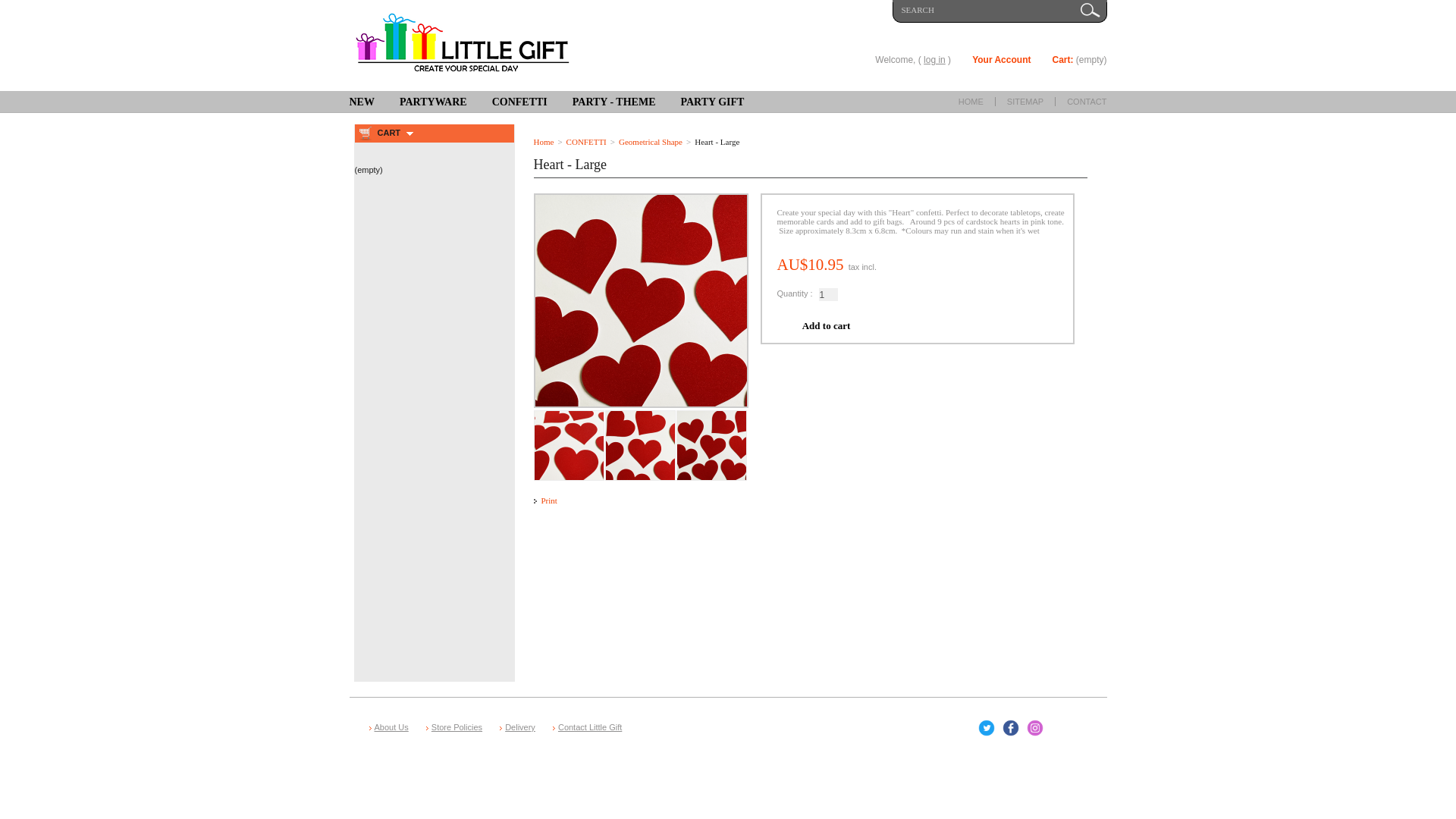 This screenshot has width=1456, height=819. I want to click on 'About Us', so click(391, 726).